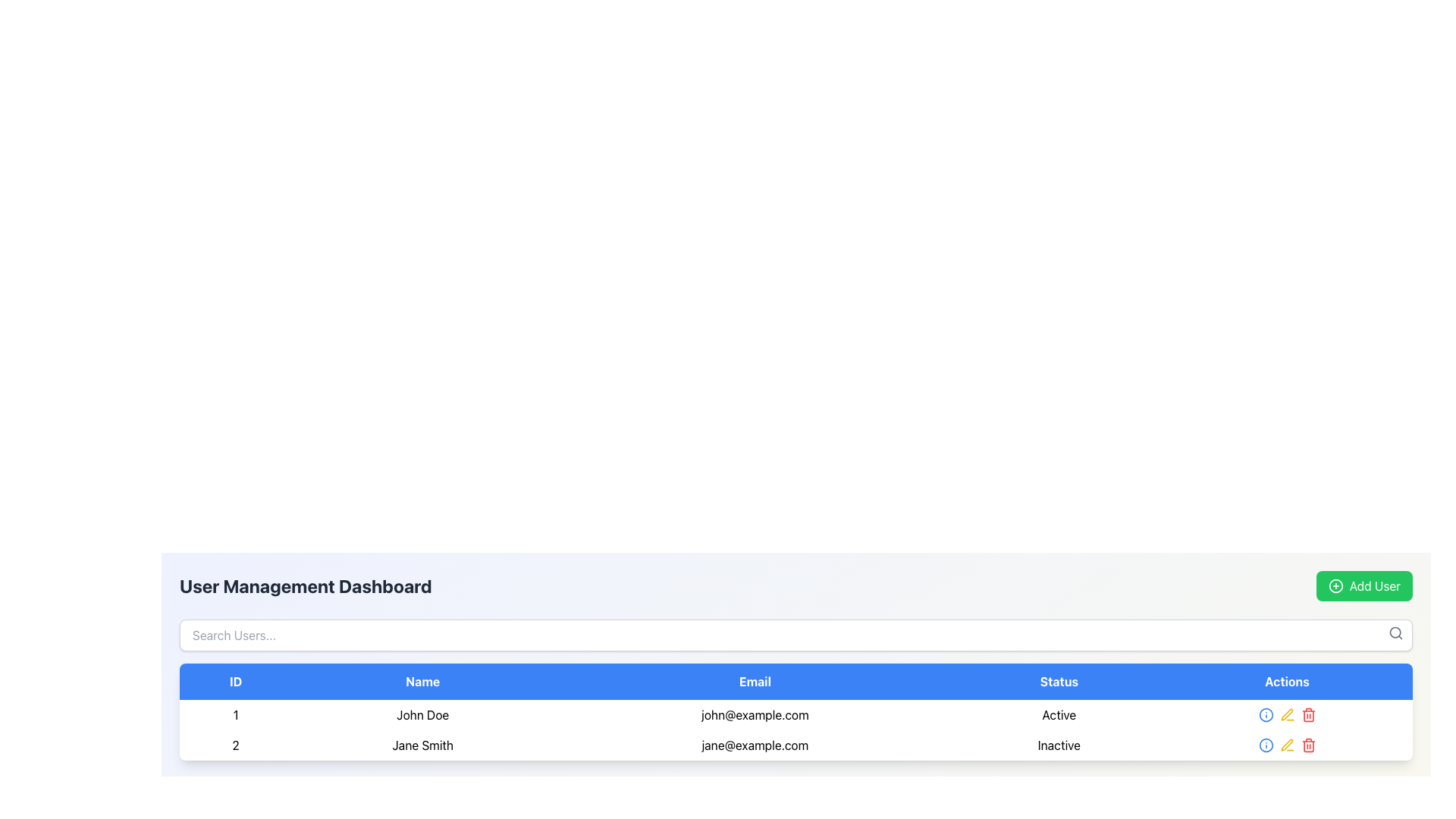 The image size is (1456, 819). I want to click on the highlighted table row corresponding to user 'John Doe', which contains user details such as ID, email, and status, so click(795, 730).